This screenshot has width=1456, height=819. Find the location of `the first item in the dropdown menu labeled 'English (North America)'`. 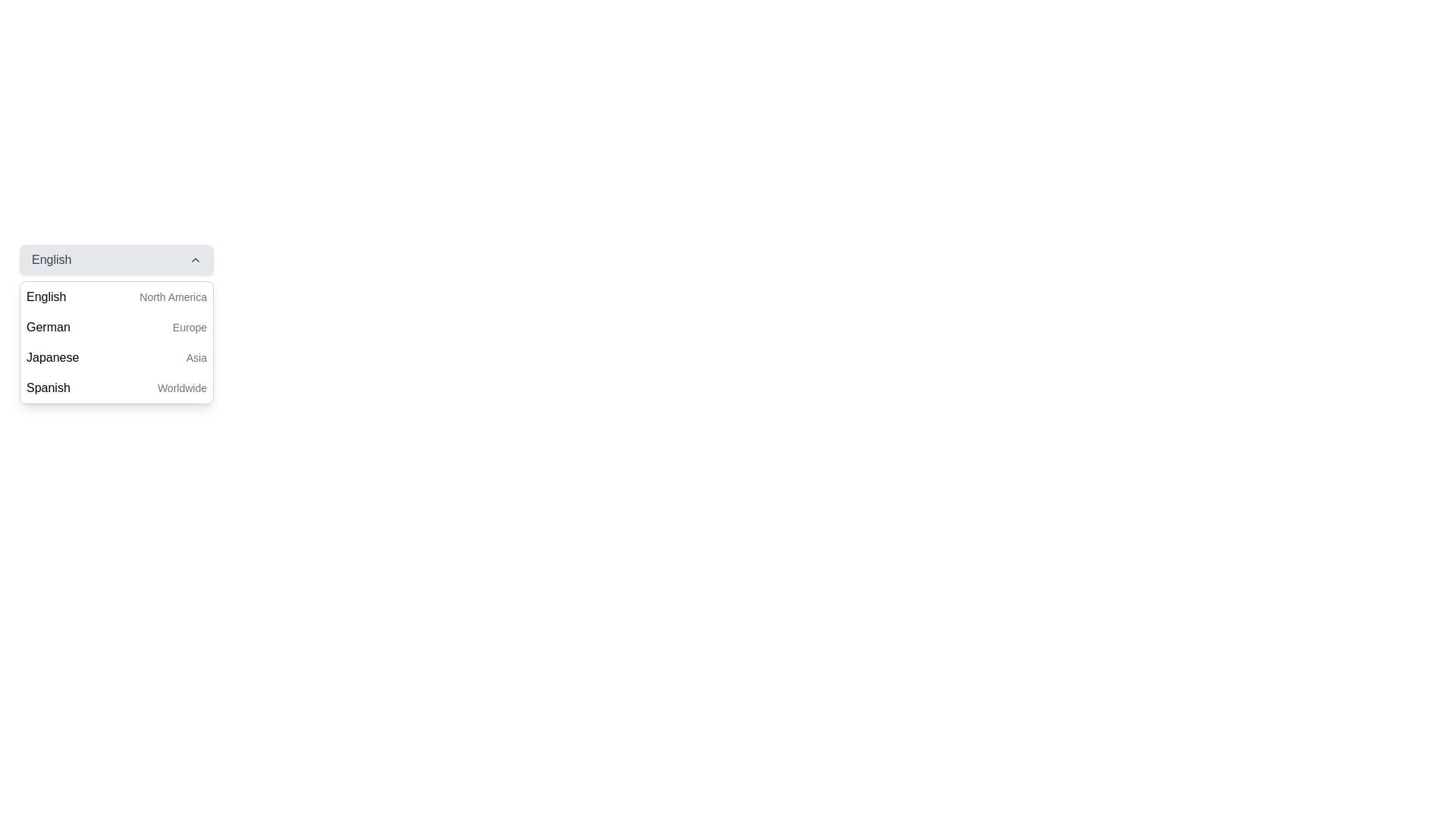

the first item in the dropdown menu labeled 'English (North America)' is located at coordinates (115, 297).